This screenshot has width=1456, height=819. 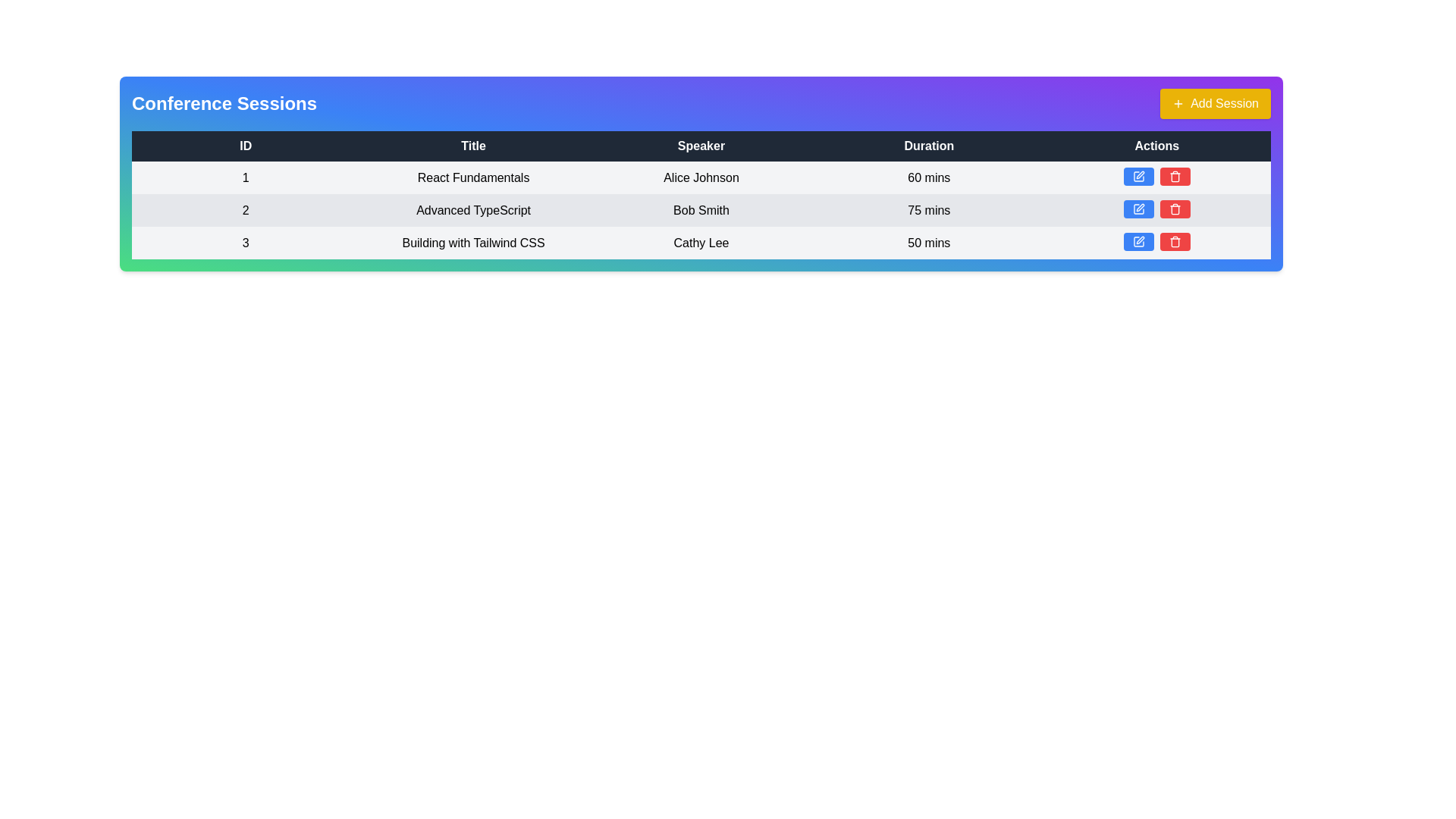 I want to click on the Text Label that serves as a visual indicator for the unique identifier of the conference session in the 'ID' field located in the first column of the third row of the table, so click(x=246, y=242).